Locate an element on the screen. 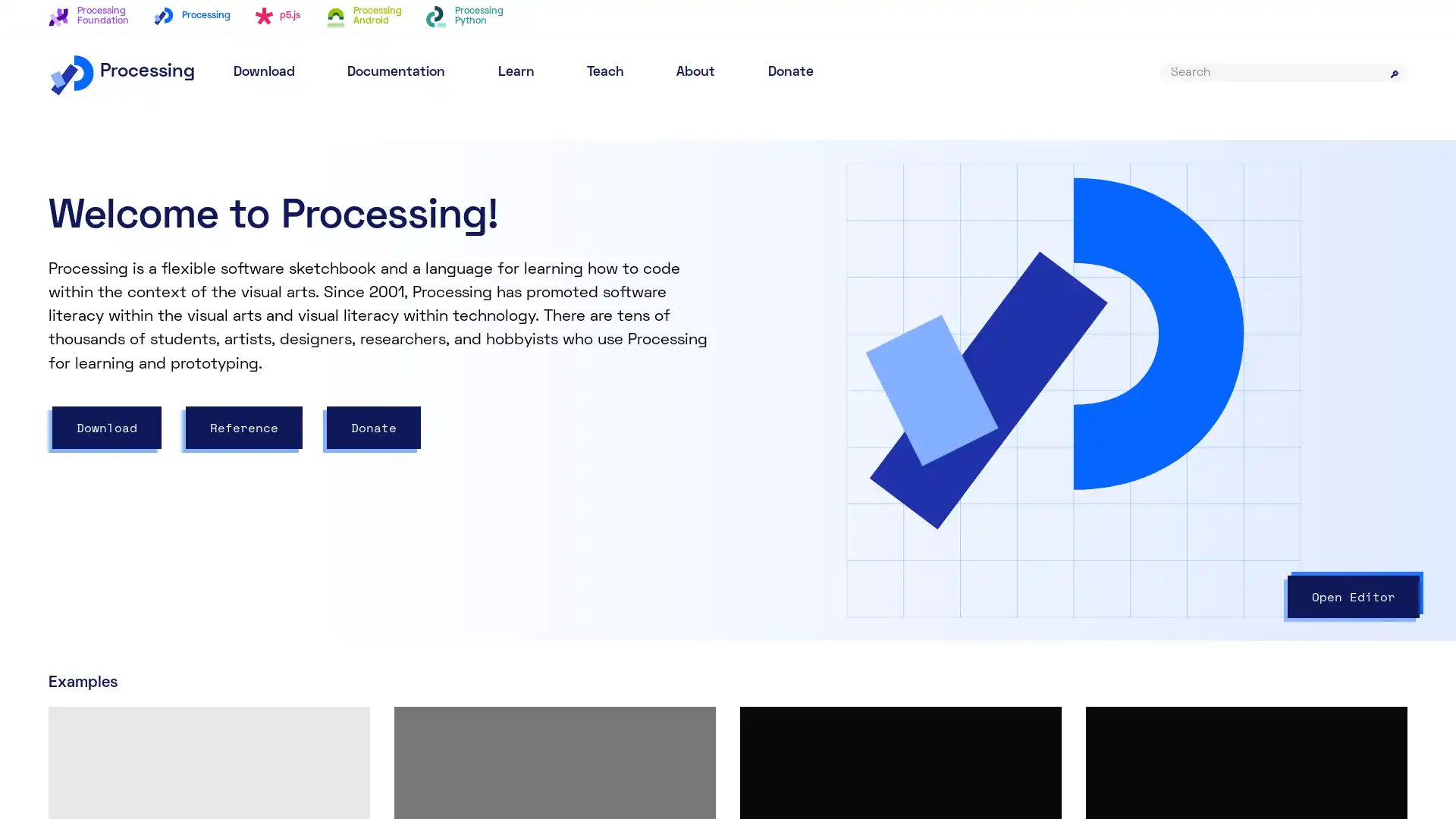  change position is located at coordinates (808, 467).